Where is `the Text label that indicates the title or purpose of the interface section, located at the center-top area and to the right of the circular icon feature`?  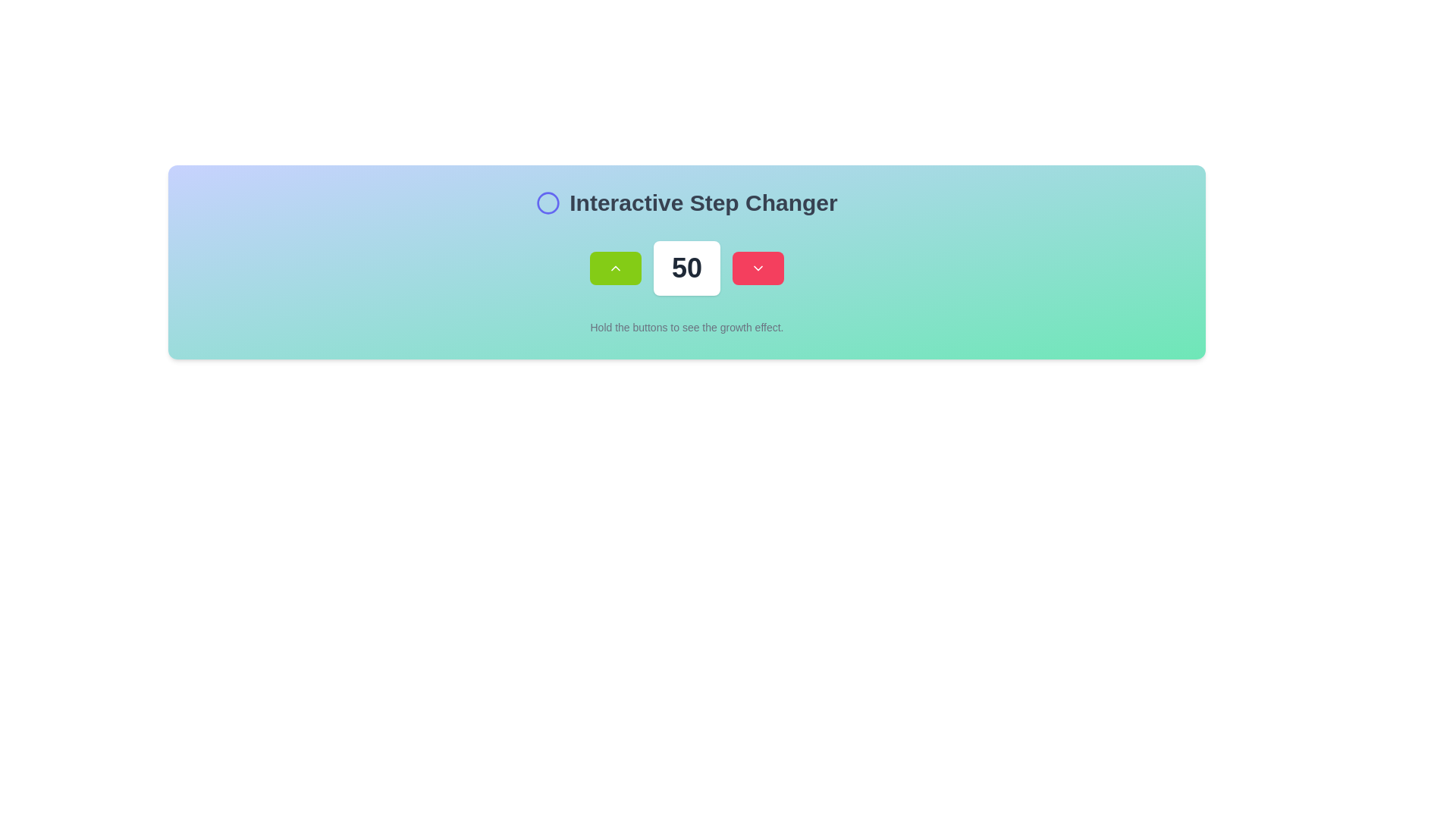 the Text label that indicates the title or purpose of the interface section, located at the center-top area and to the right of the circular icon feature is located at coordinates (702, 202).